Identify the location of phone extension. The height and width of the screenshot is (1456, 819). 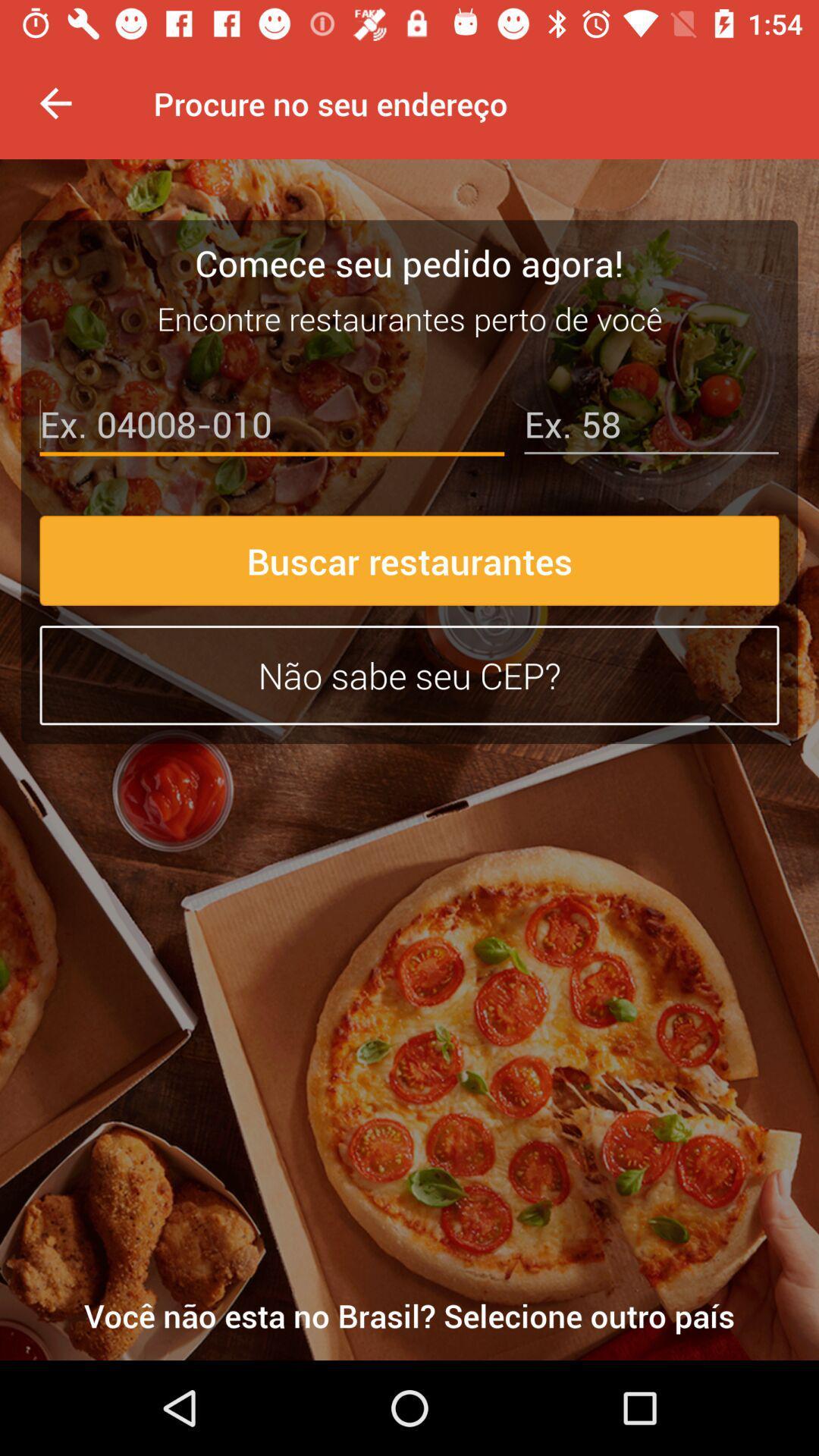
(651, 427).